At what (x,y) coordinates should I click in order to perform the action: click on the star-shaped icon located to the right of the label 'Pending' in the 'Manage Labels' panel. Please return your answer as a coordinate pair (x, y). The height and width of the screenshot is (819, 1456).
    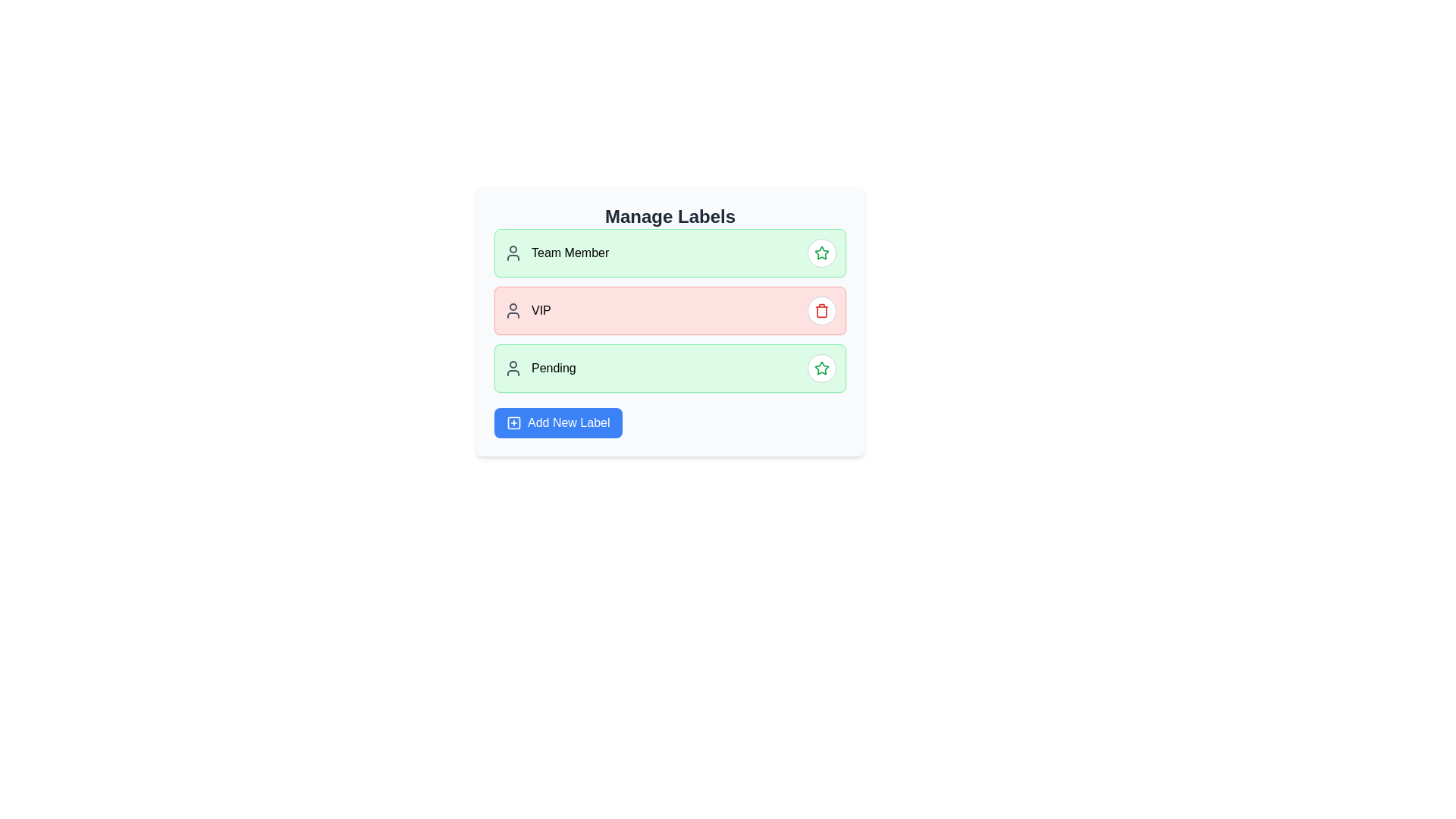
    Looking at the image, I should click on (821, 251).